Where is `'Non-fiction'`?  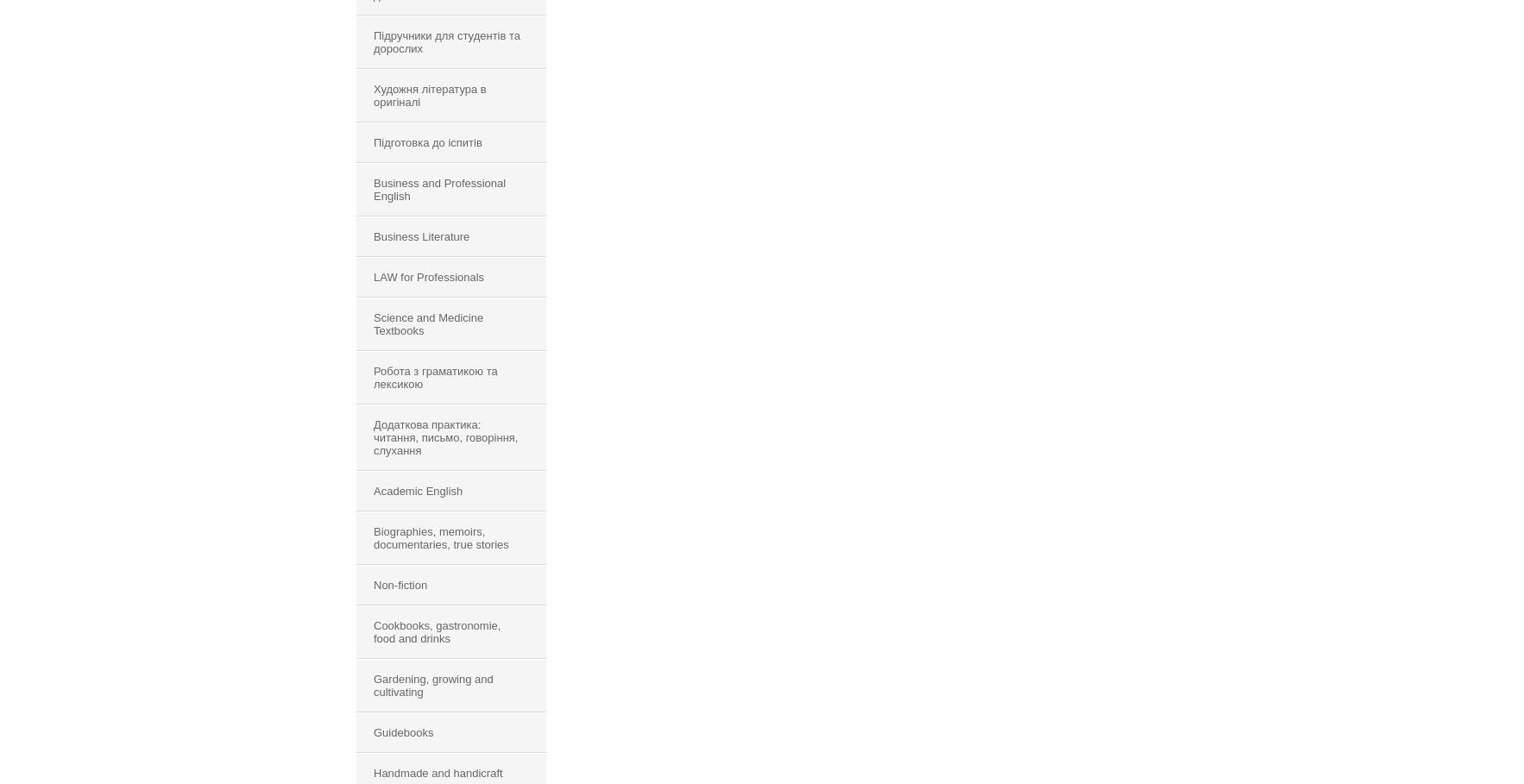
'Non-fiction' is located at coordinates (400, 585).